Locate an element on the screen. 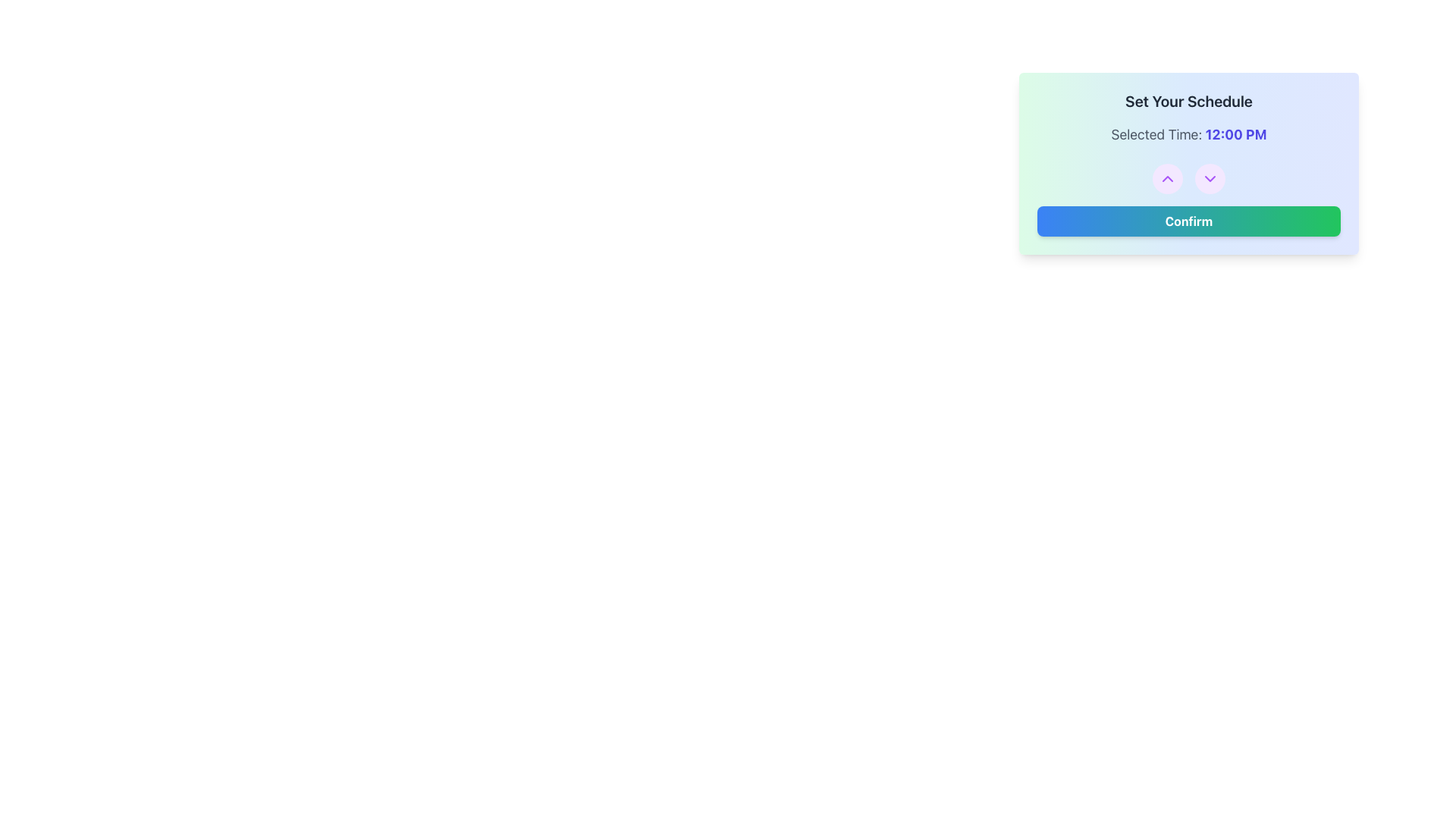  the increment time button located centrally beneath the selected time label, positioned to the left of the downward-facing chevron button is located at coordinates (1167, 177).